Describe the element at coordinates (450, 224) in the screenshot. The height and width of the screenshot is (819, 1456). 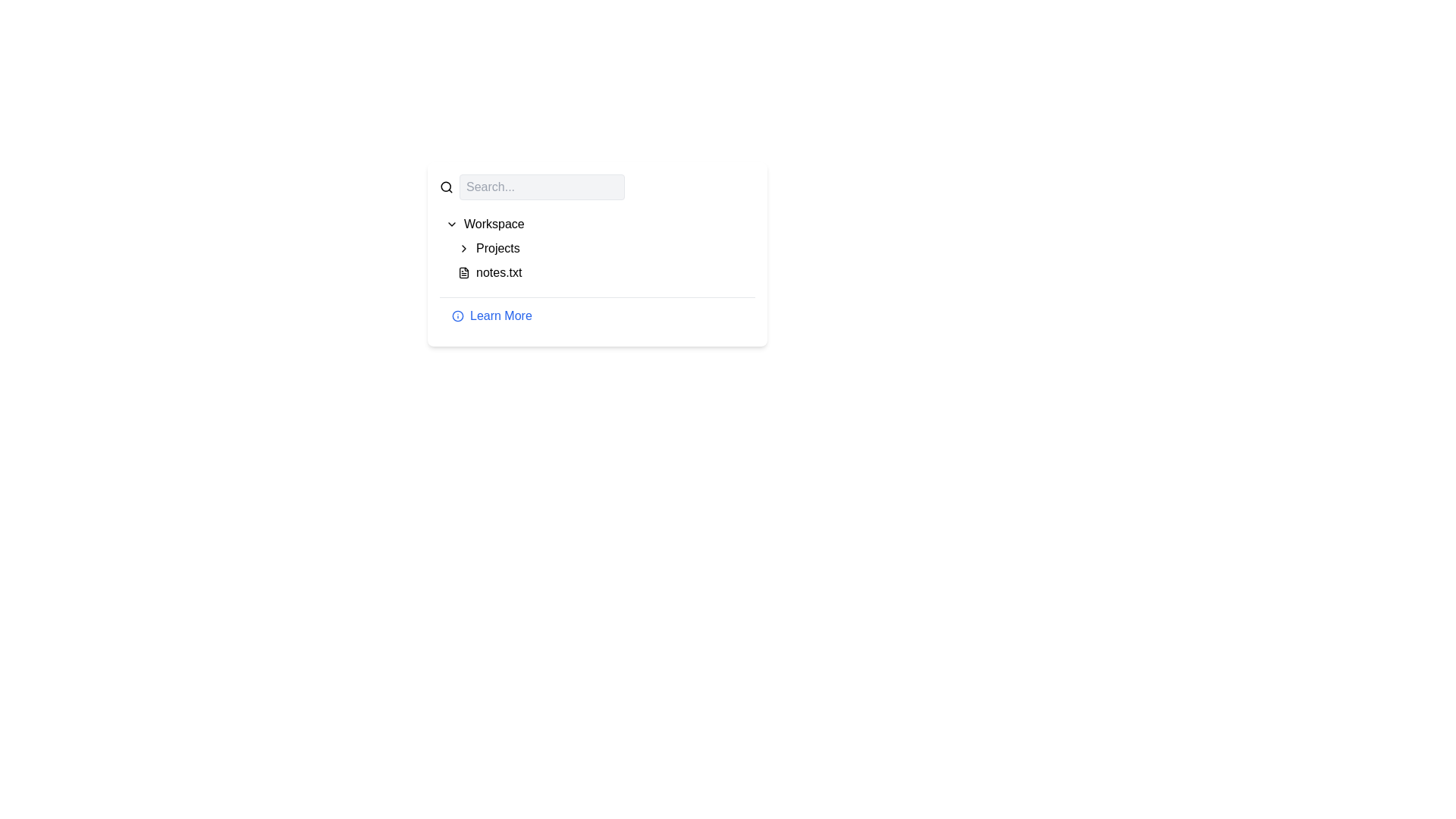
I see `the small downward-facing chevron icon located to the left of the 'Workspace' text` at that location.